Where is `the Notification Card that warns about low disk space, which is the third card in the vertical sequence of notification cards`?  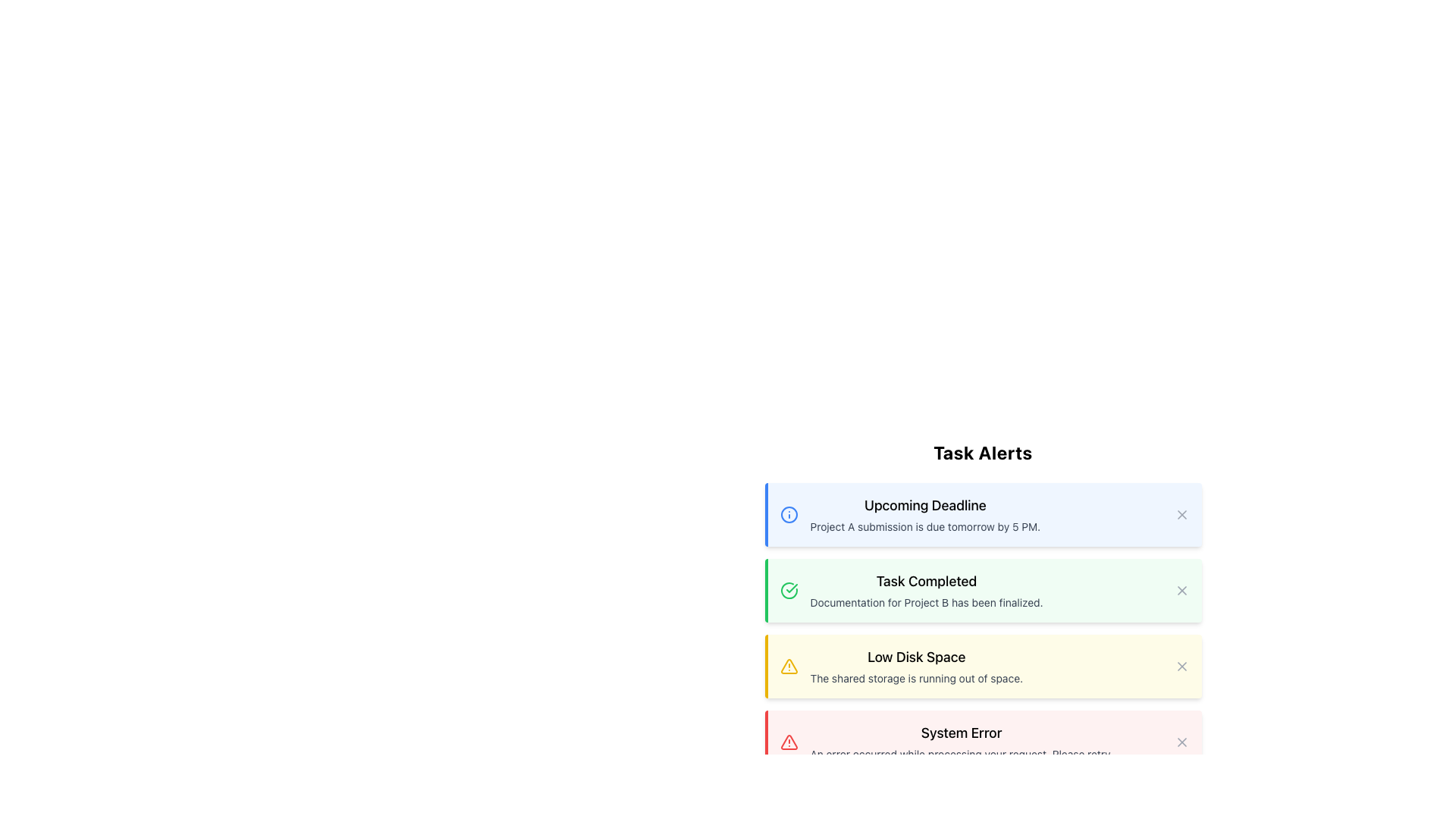
the Notification Card that warns about low disk space, which is the third card in the vertical sequence of notification cards is located at coordinates (983, 666).